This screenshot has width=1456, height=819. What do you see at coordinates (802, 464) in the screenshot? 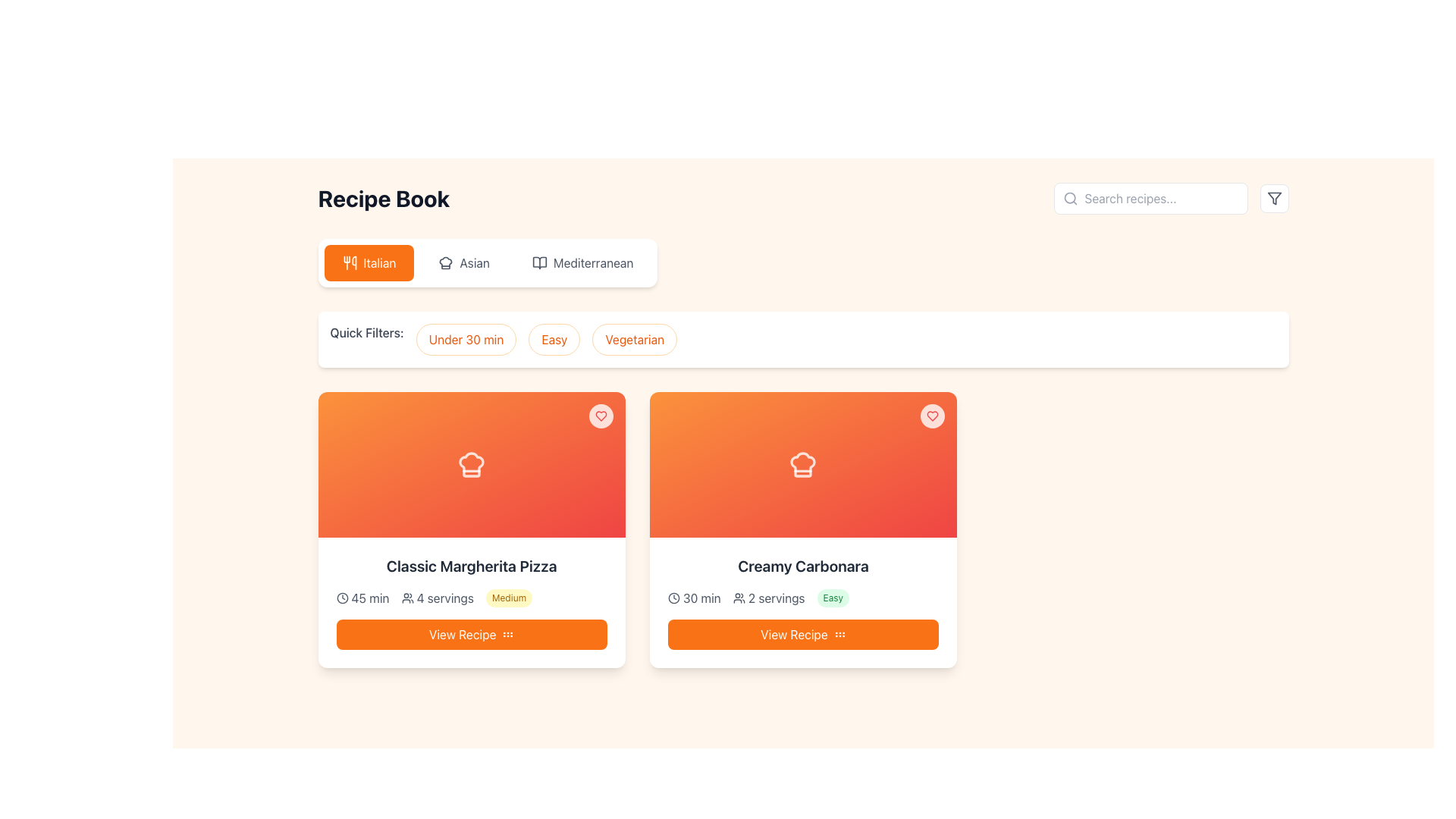
I see `the central icon within the second recipe card from the left, which represents the culinary theme for 'Creamy Carbonara'` at bounding box center [802, 464].